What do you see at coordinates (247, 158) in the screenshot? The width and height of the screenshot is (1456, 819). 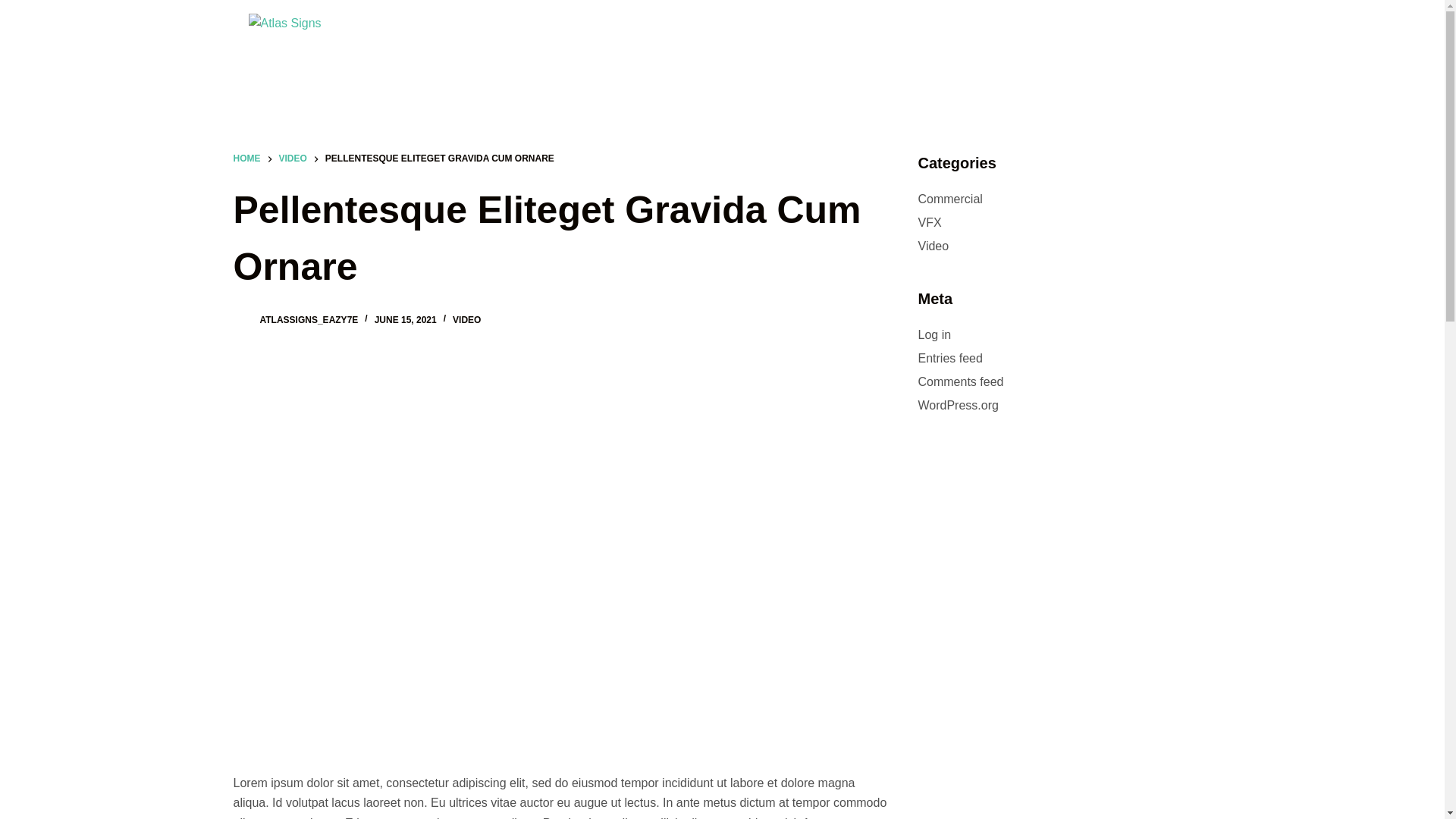 I see `'HOME'` at bounding box center [247, 158].